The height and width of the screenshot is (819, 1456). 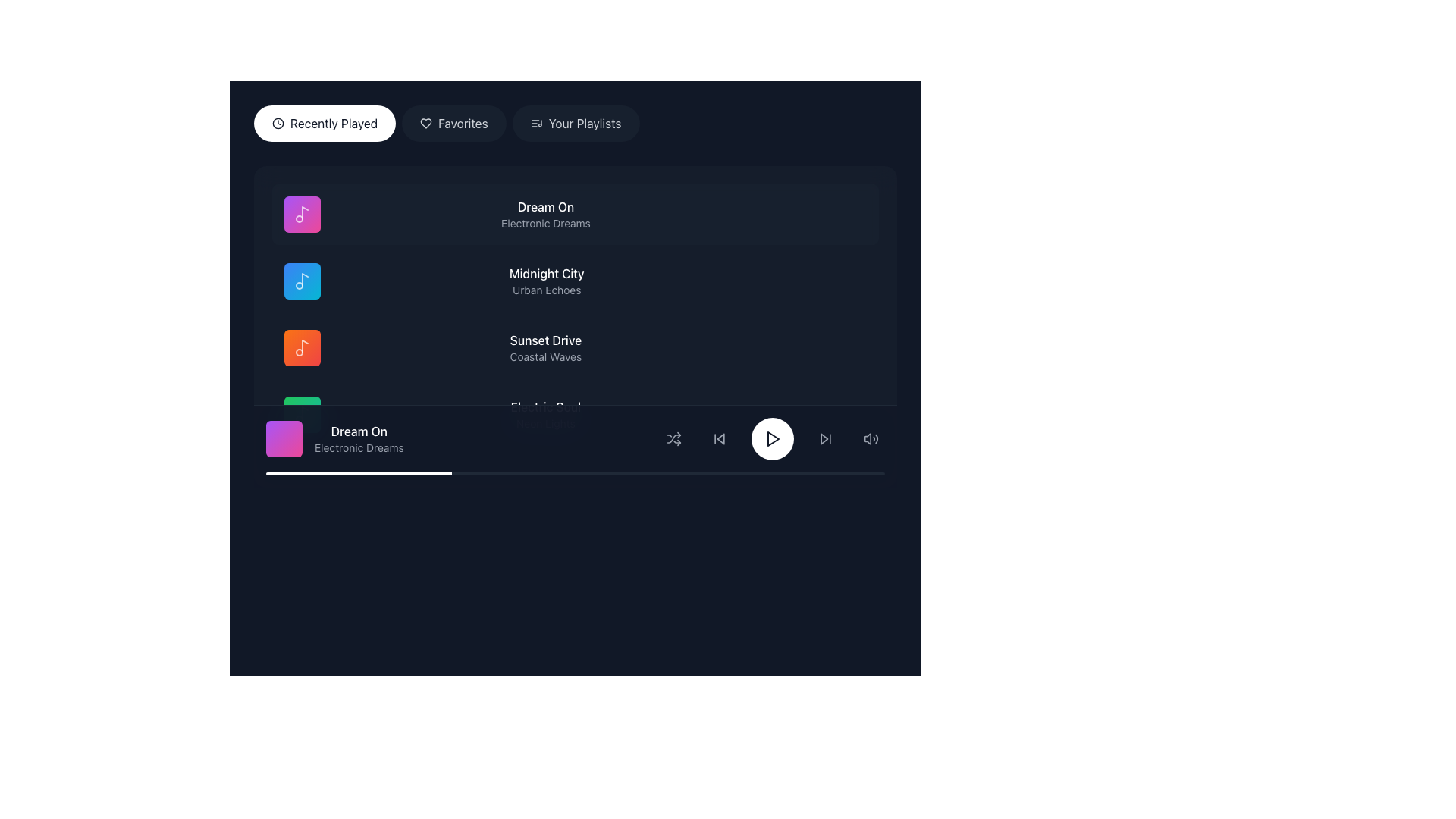 What do you see at coordinates (546, 281) in the screenshot?
I see `the text display element that shows 'Midnight City' in bold white font and 'Urban Echoes' in smaller gray font, which is located in the second item of a vertically arranged list of song details` at bounding box center [546, 281].